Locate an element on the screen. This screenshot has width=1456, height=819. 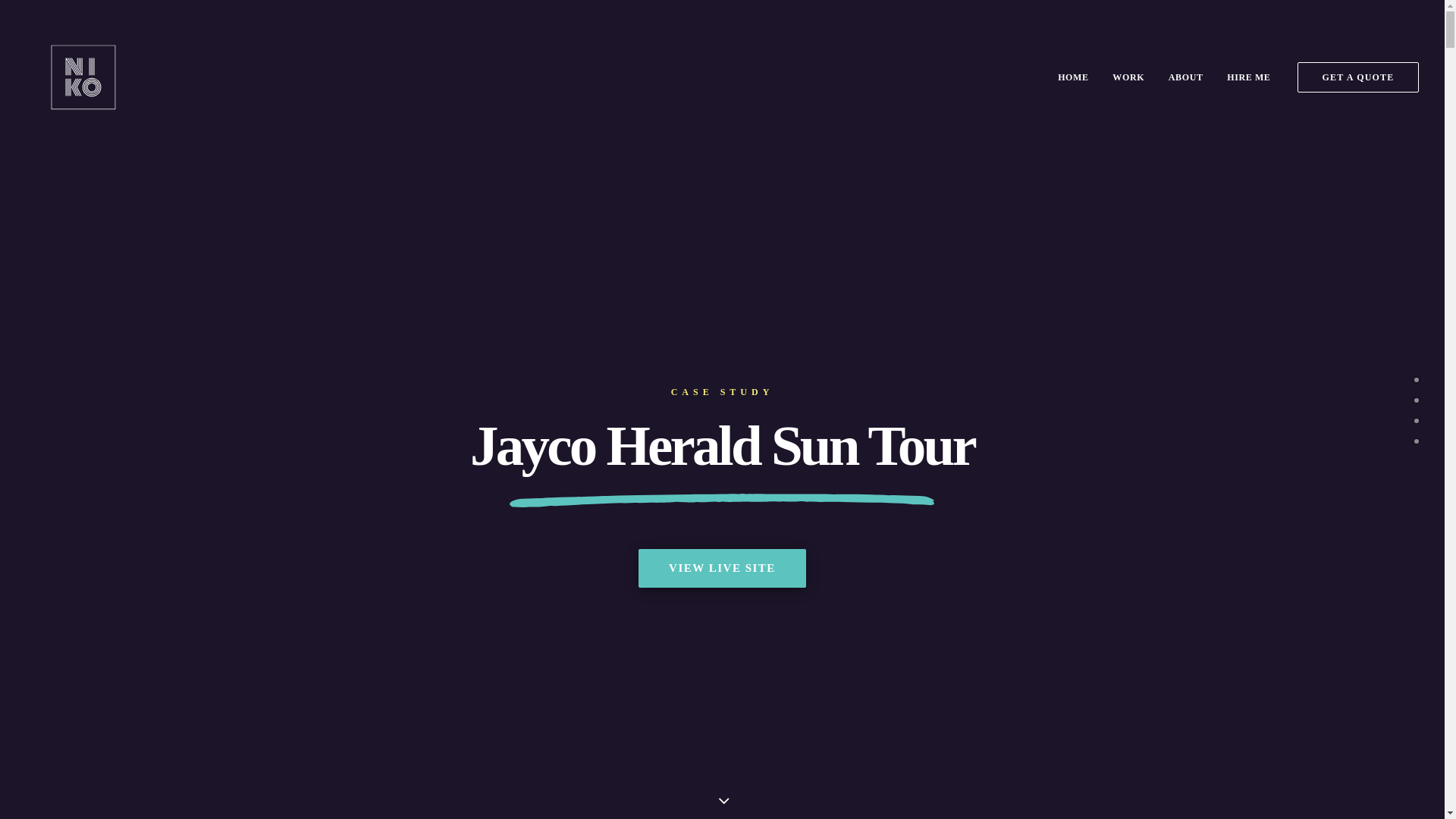
'VIEW LIVE SITE' is located at coordinates (721, 568).